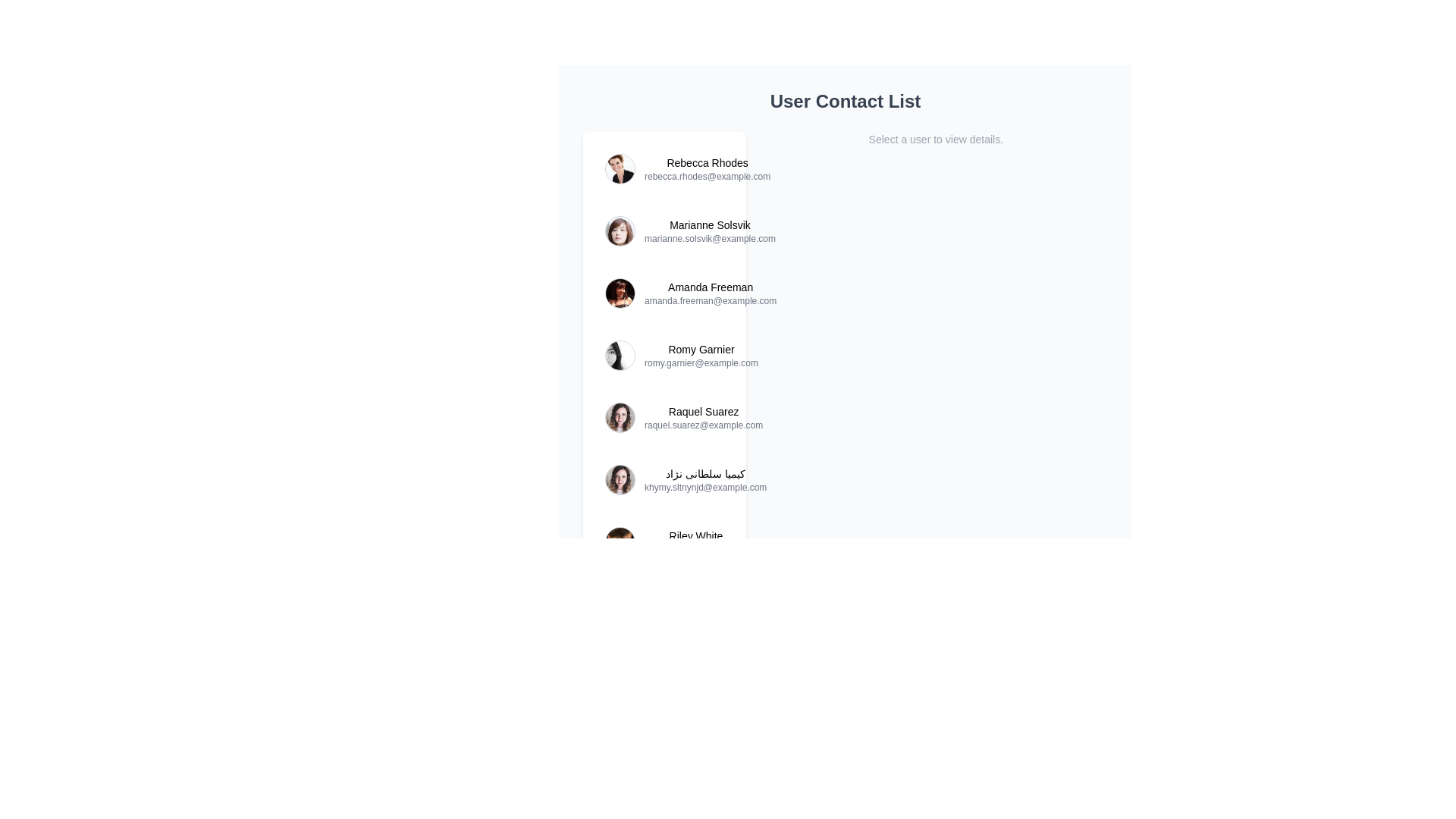 The width and height of the screenshot is (1456, 819). What do you see at coordinates (664, 231) in the screenshot?
I see `the profile image of the second user contact entry, located between 'Rebecca Rhodes' and 'Amanda Freeman'` at bounding box center [664, 231].